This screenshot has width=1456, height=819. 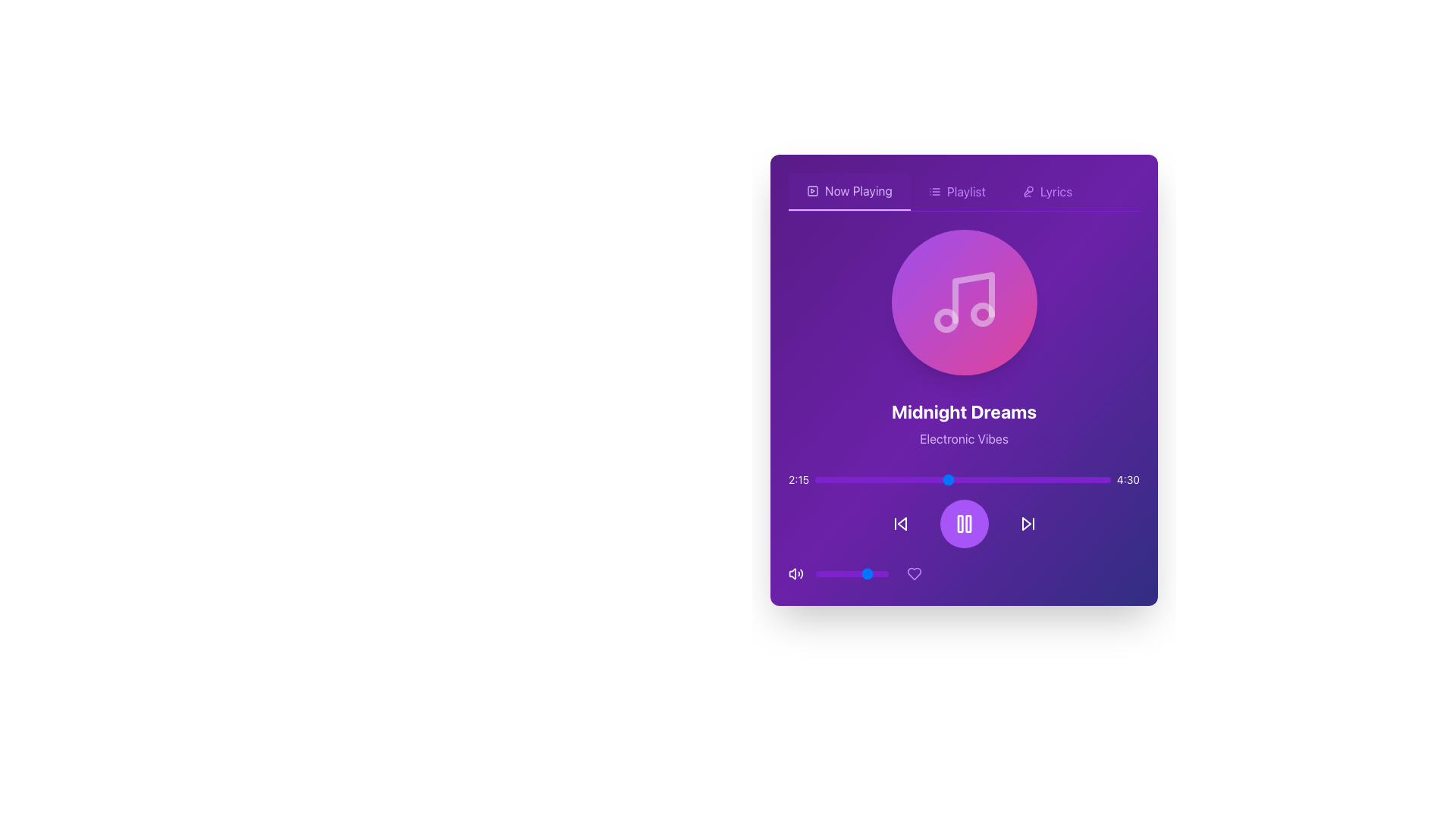 I want to click on the decorative square background element, which is a small hollow square with rounded corners located in the navigation bar, specifically as the background for the 'Now Playing' button, so click(x=811, y=190).